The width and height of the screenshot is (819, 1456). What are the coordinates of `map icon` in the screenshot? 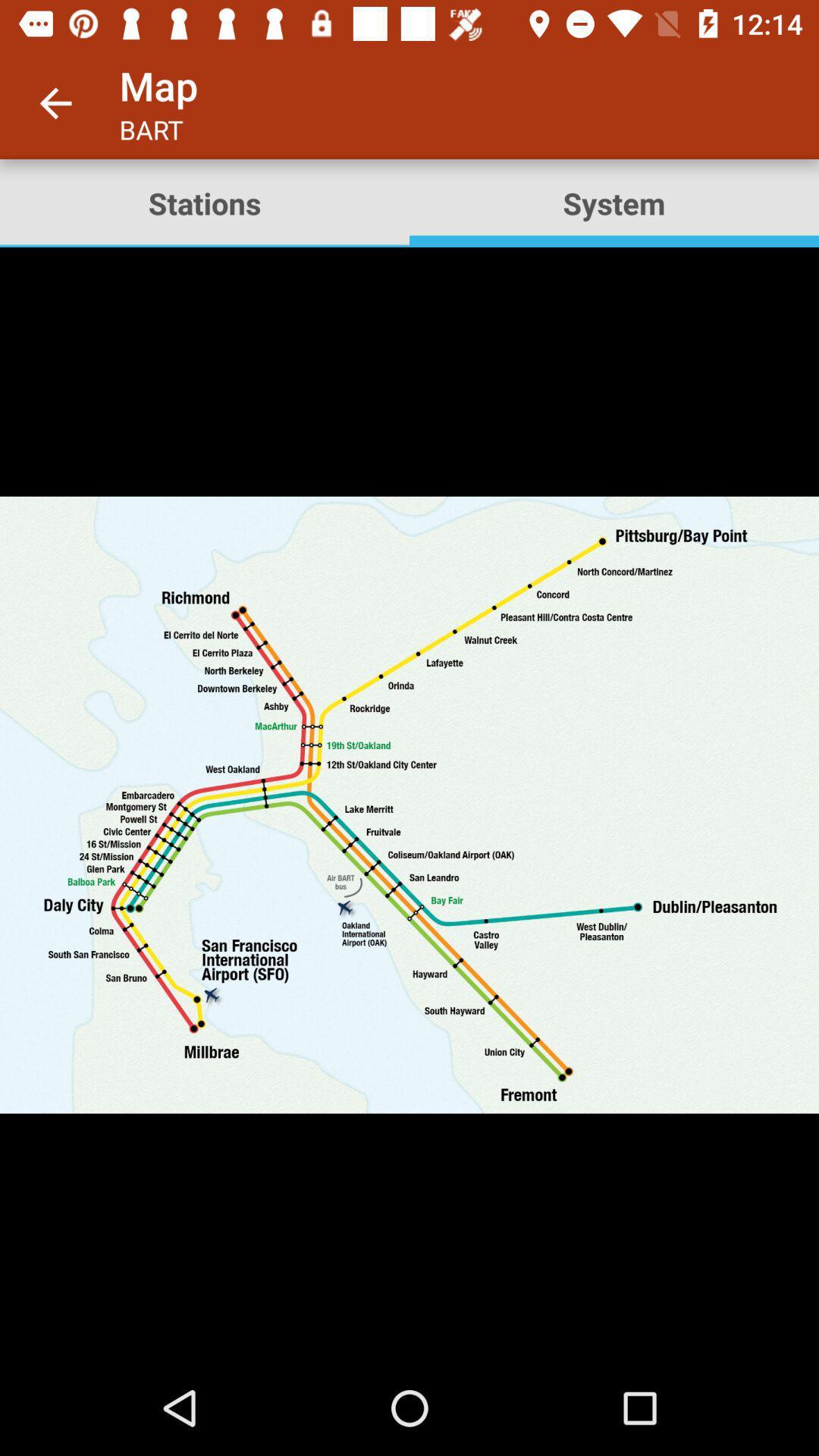 It's located at (409, 803).